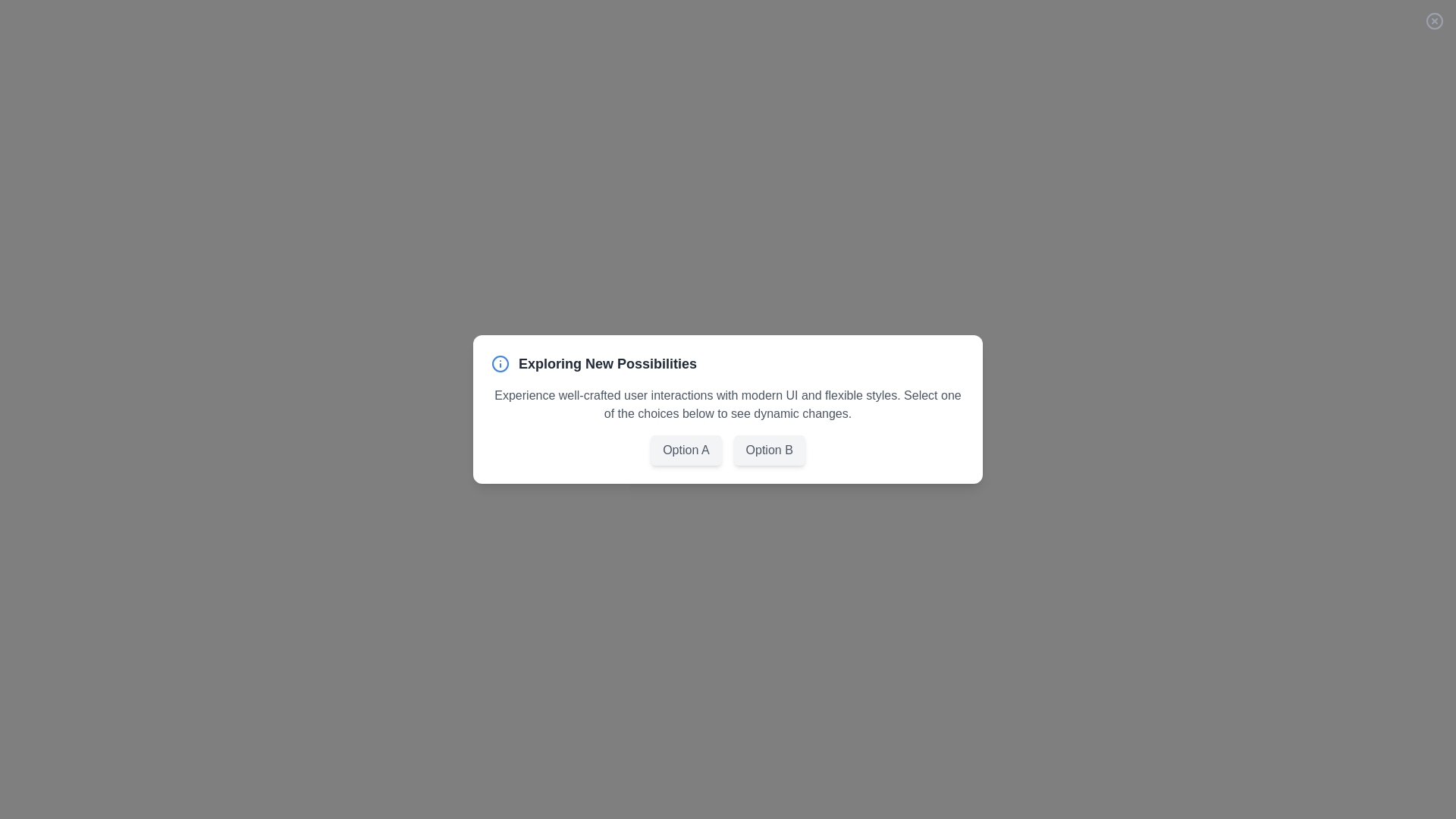  I want to click on the info icon in the header of the dialog, so click(500, 363).